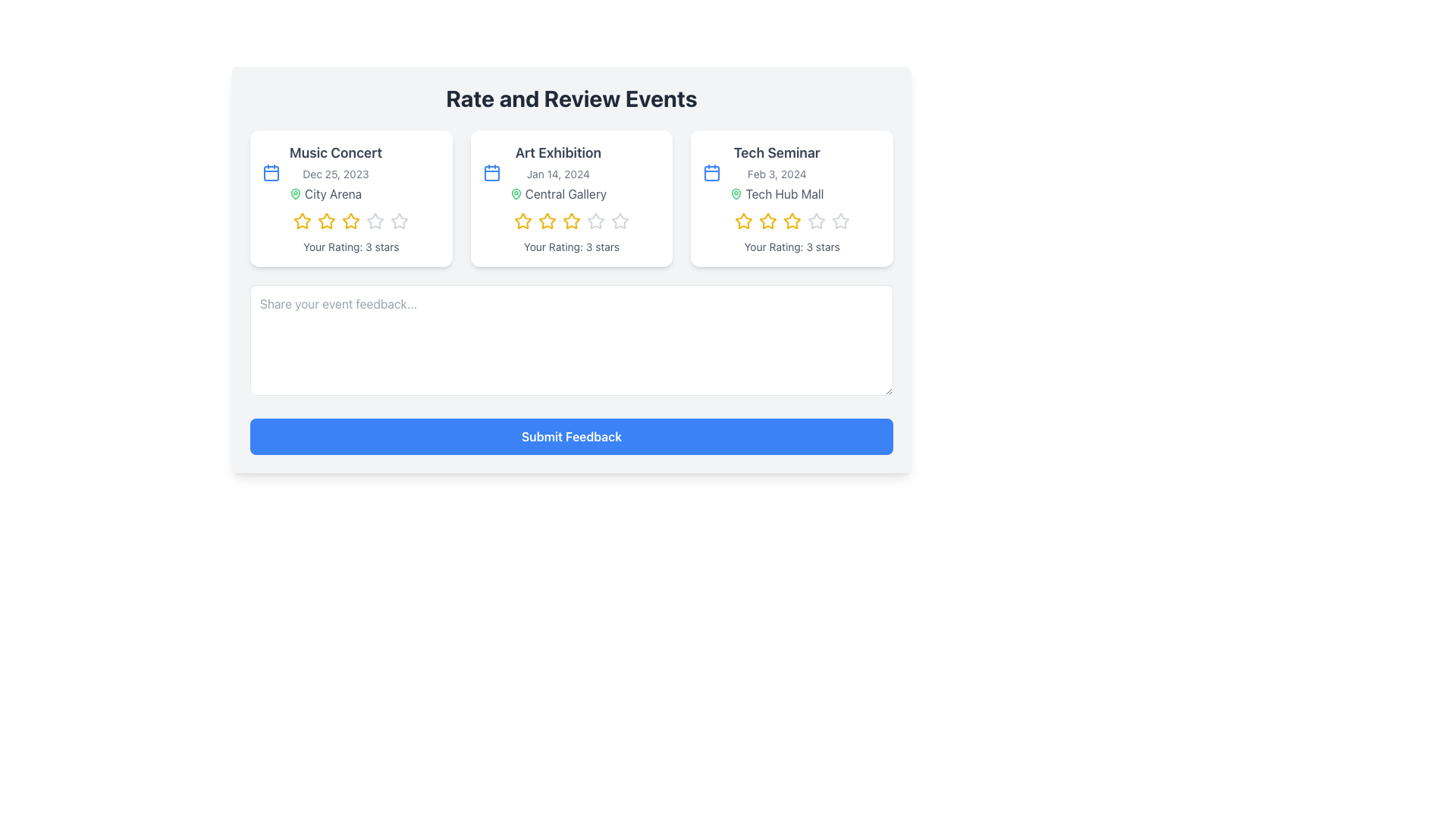 This screenshot has width=1456, height=819. I want to click on the text label displaying the date 'Dec 25, 2023', which is styled in light gray and positioned within the 'Rate and Review Events' card, below 'Music Concert', so click(334, 174).